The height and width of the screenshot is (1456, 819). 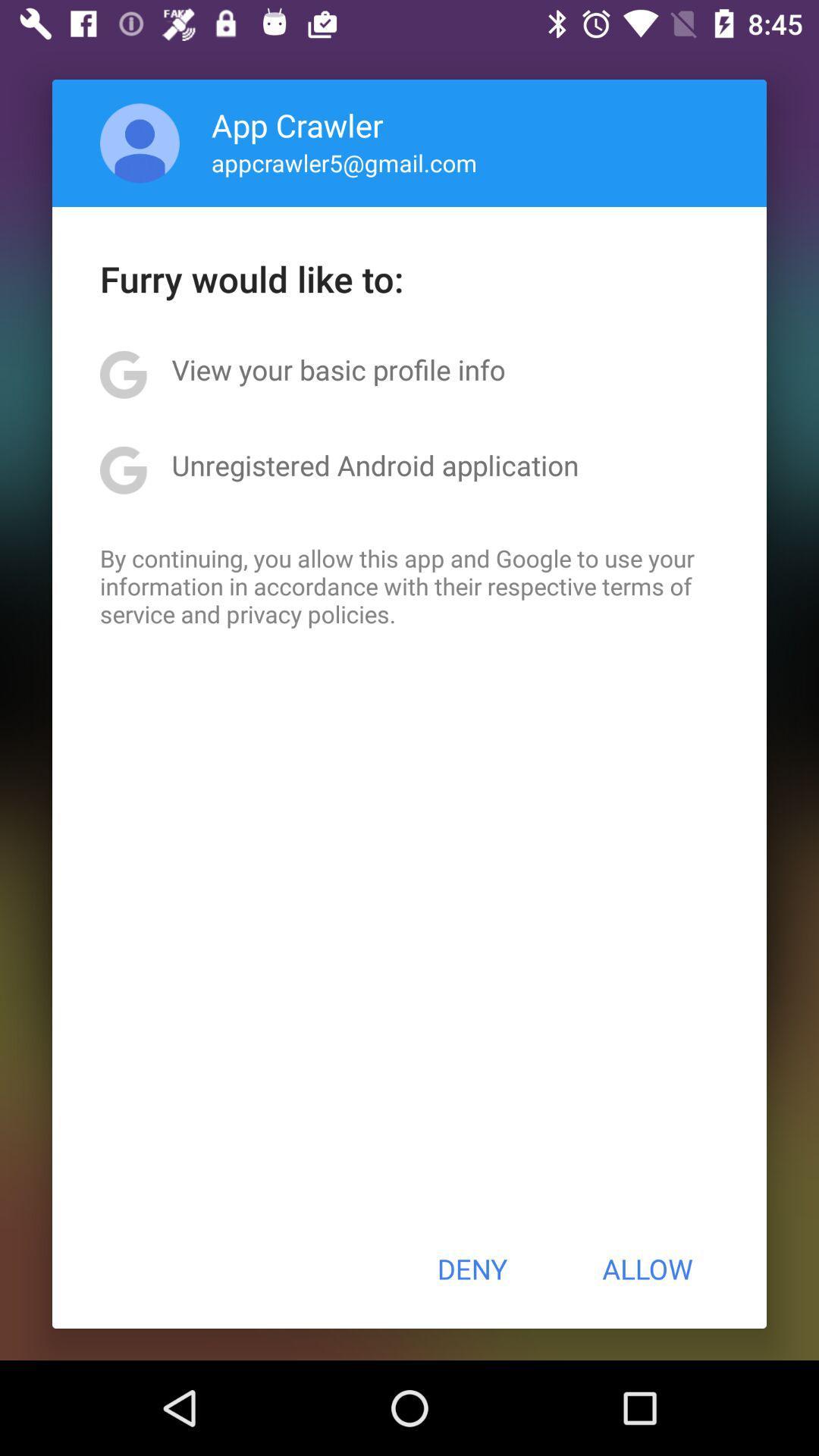 I want to click on item above the furry would like app, so click(x=140, y=143).